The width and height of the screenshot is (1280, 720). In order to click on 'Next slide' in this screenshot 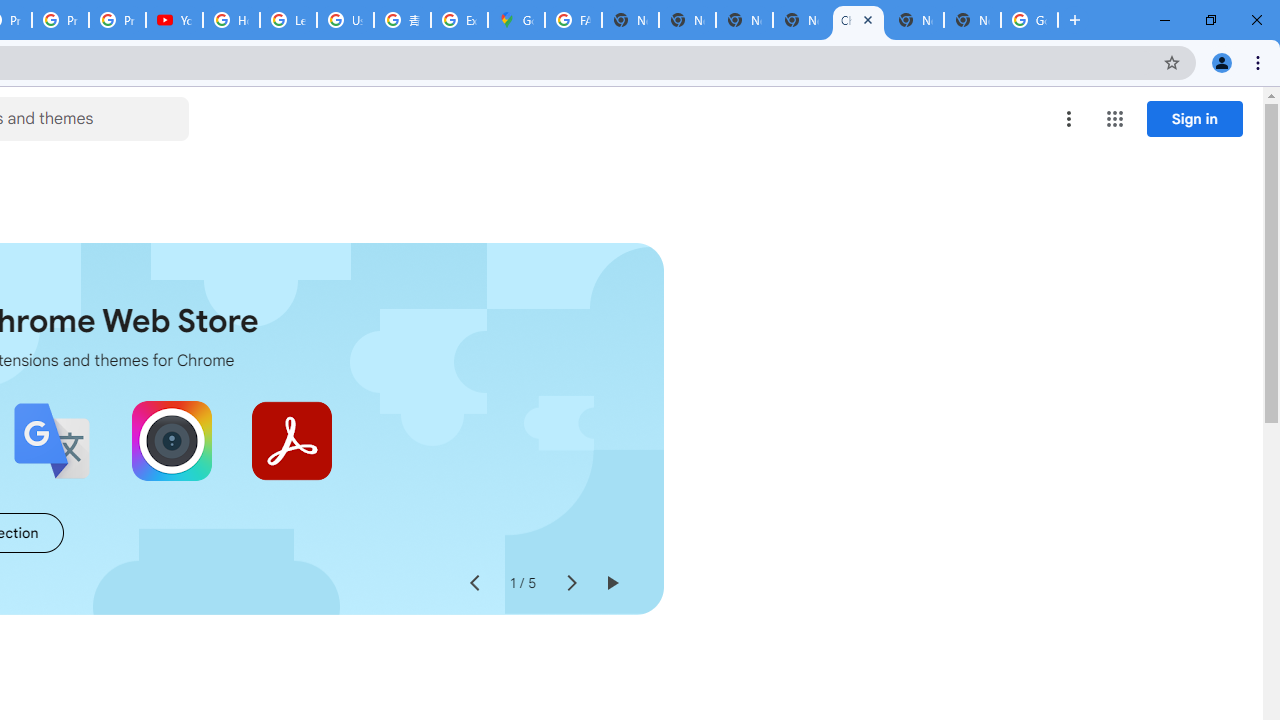, I will do `click(569, 583)`.